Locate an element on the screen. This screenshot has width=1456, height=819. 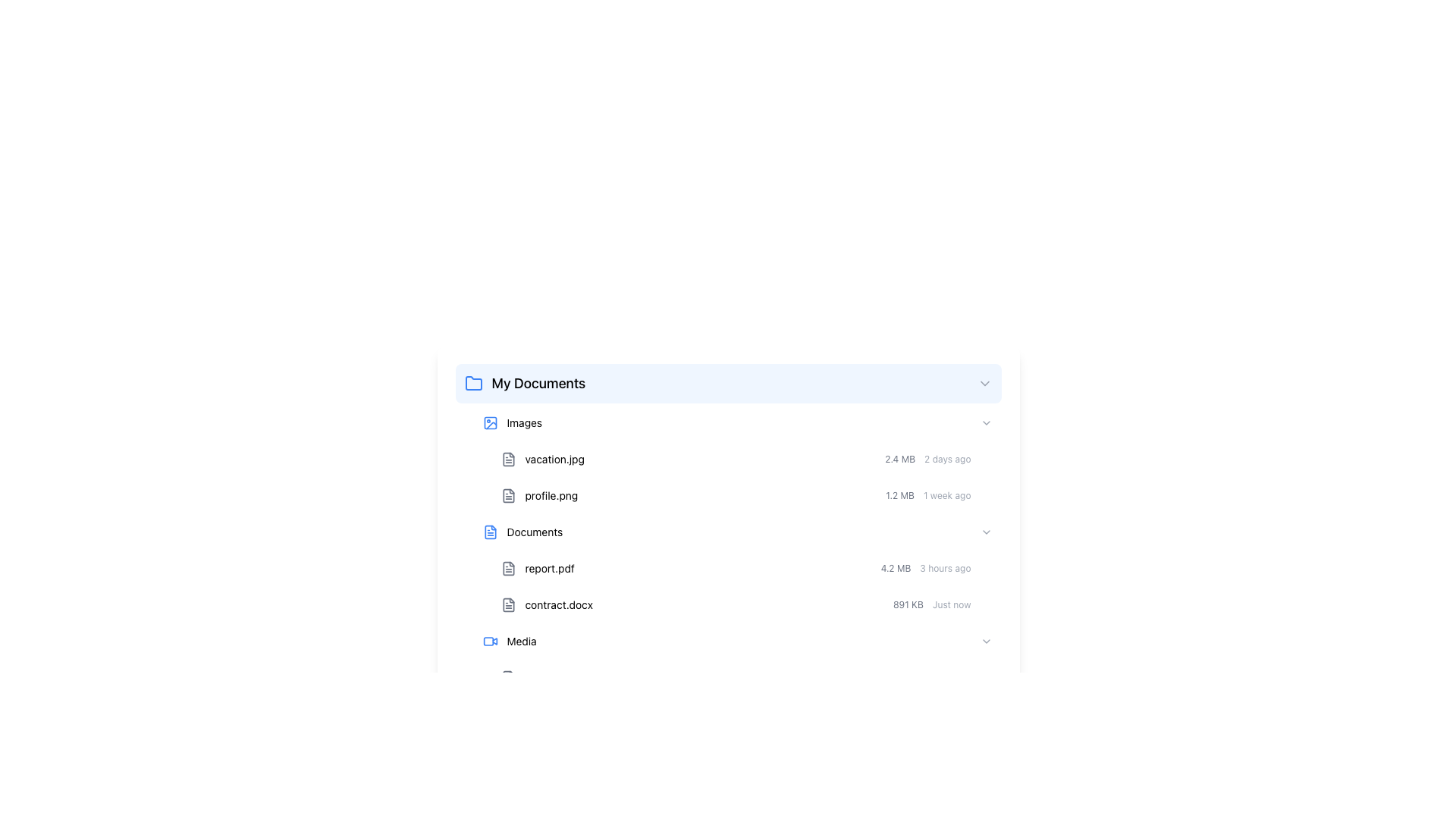
the document file icon, which is a vector graphic with a folded top-right corner, located to the left of the text 'Media' at the bottom of the list of document folder entries is located at coordinates (508, 677).